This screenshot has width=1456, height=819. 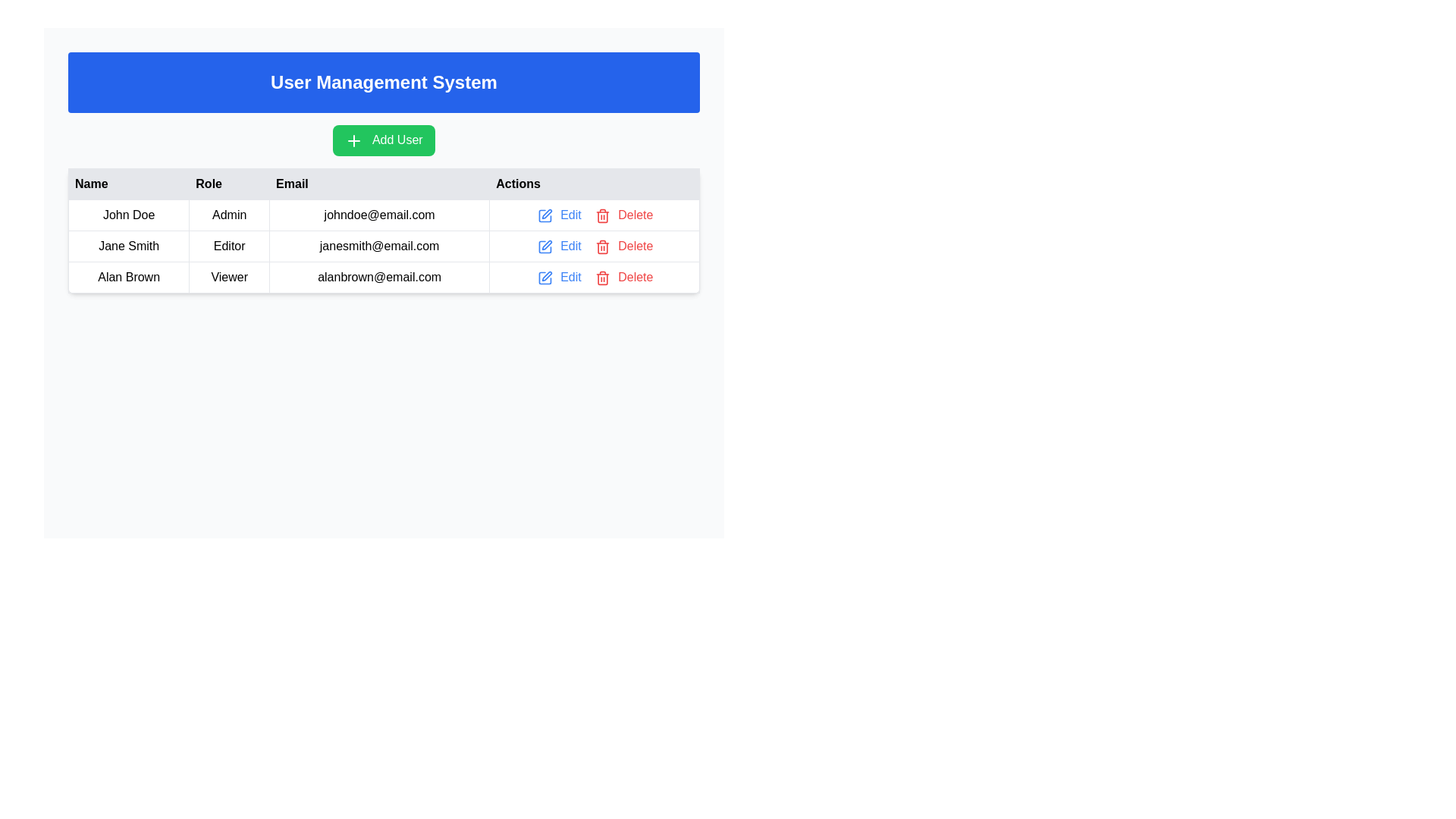 What do you see at coordinates (384, 140) in the screenshot?
I see `the prominent green button labeled 'Add User' located below the blue banner titled 'User Management System'` at bounding box center [384, 140].